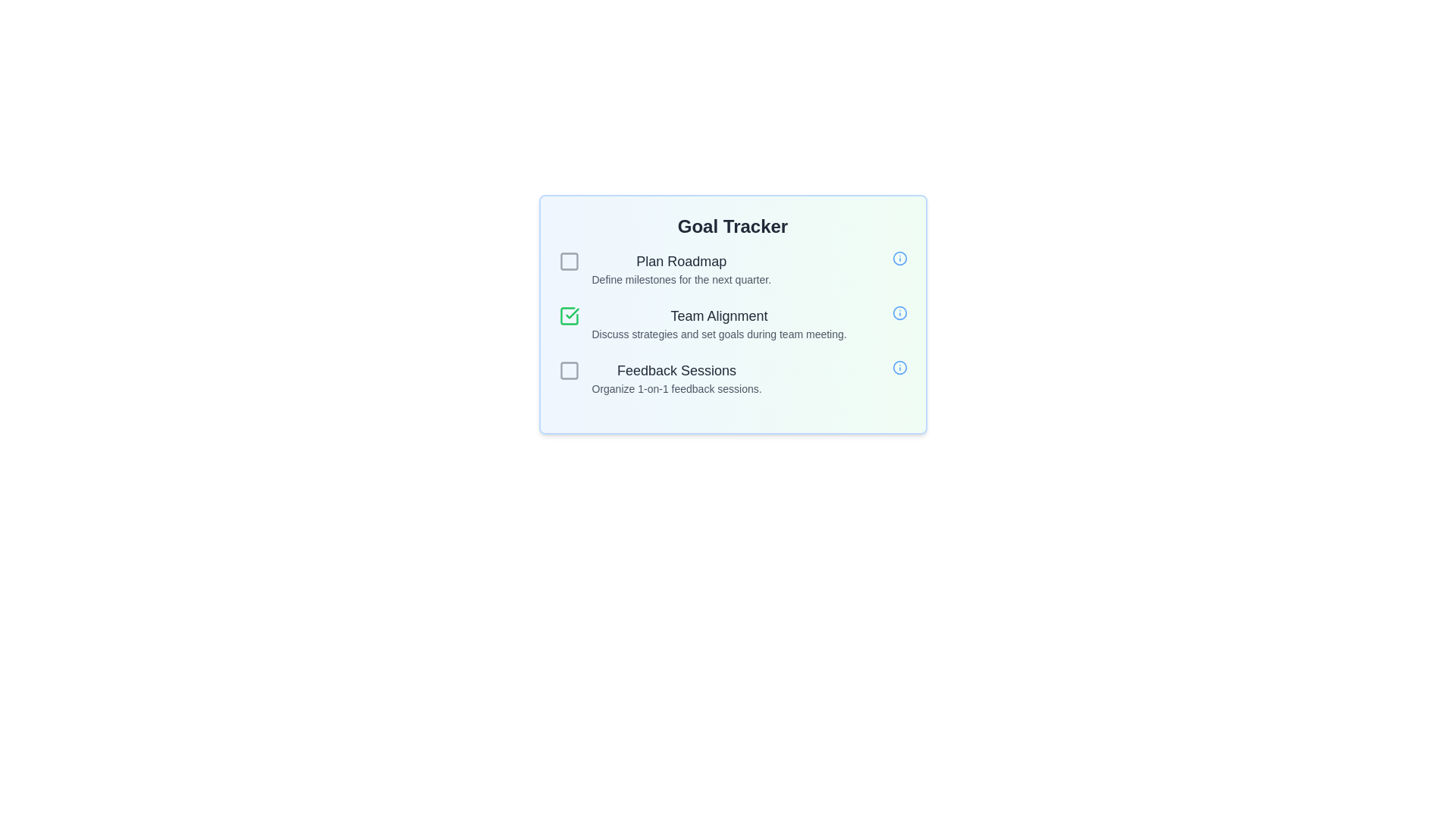 Image resolution: width=1456 pixels, height=819 pixels. What do you see at coordinates (680, 280) in the screenshot?
I see `the text element that reads 'Define milestones for the next quarter.', which is styled with a small font size and gray color, positioned below the header 'Plan Roadmap'` at bounding box center [680, 280].